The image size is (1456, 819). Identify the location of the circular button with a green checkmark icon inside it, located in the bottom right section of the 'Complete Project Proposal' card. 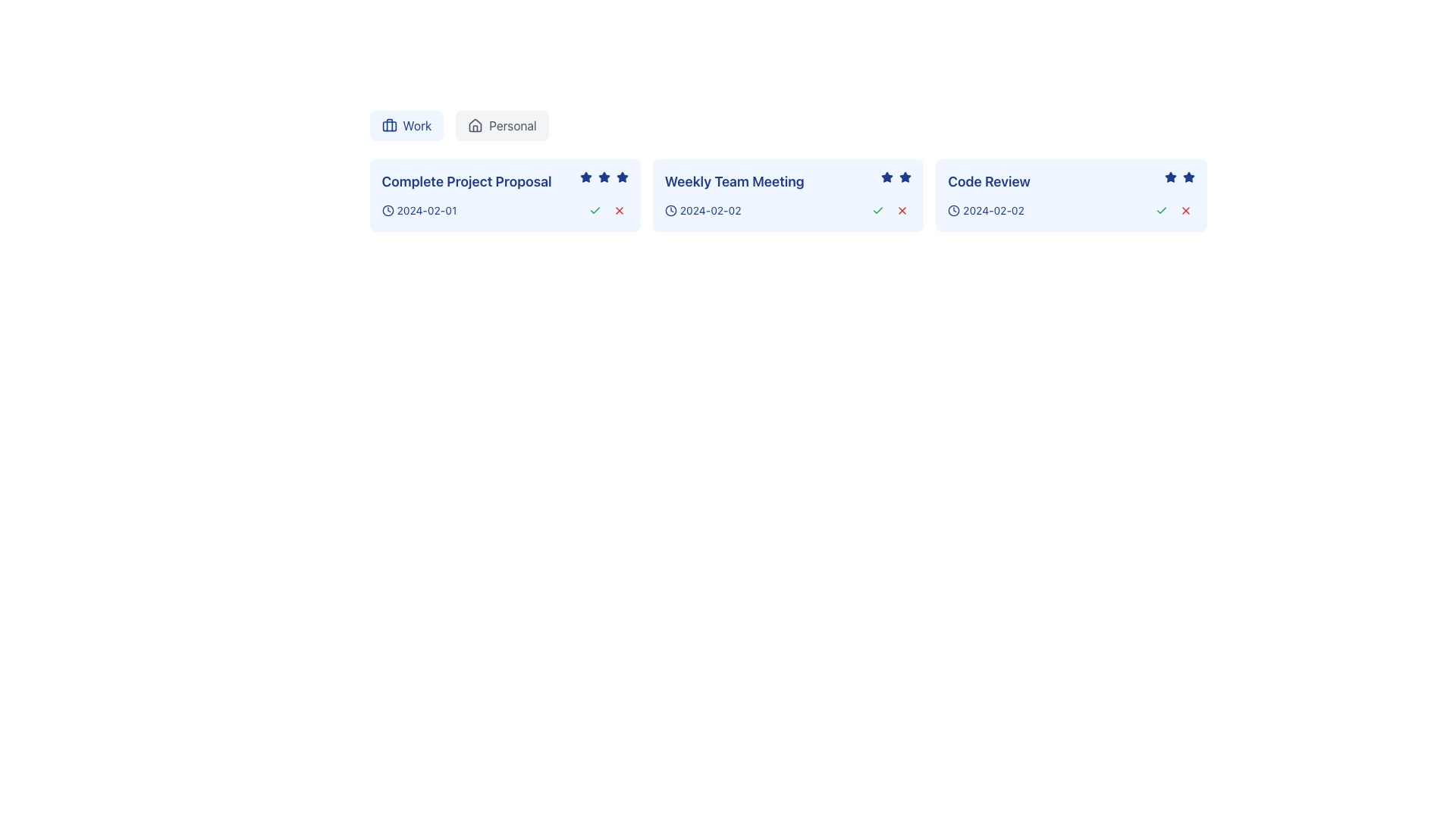
(594, 210).